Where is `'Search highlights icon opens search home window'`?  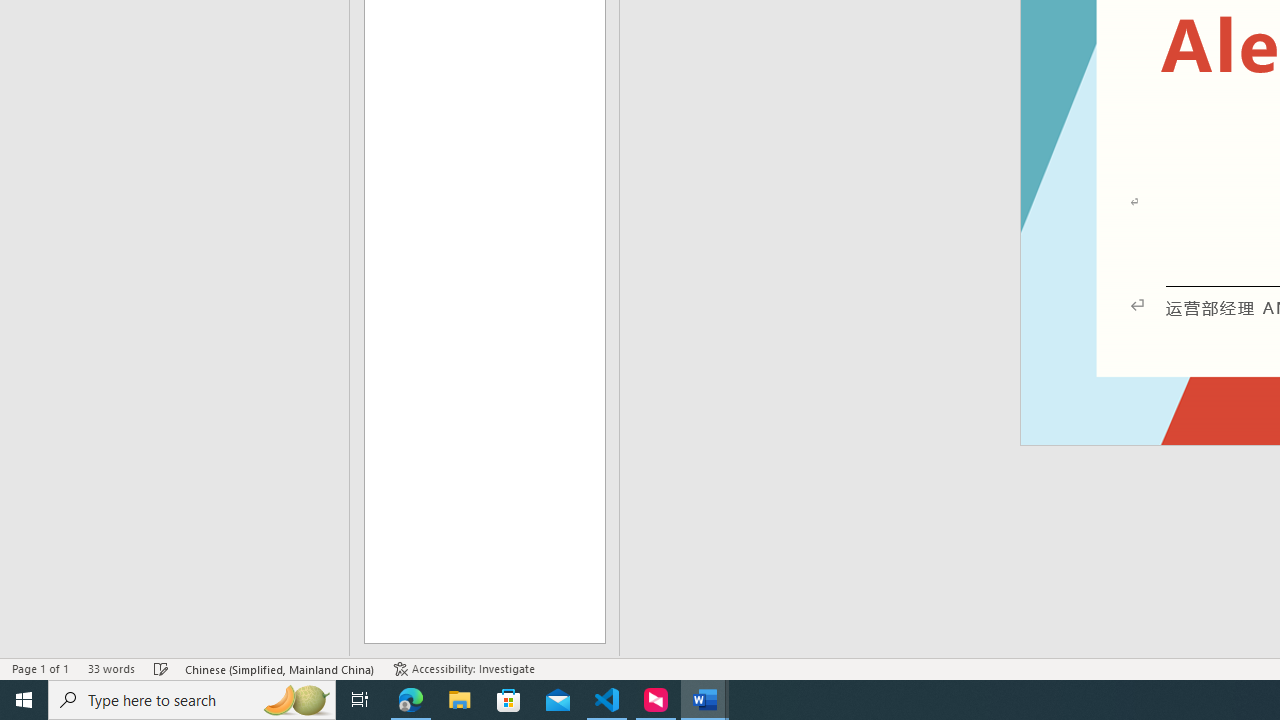
'Search highlights icon opens search home window' is located at coordinates (294, 698).